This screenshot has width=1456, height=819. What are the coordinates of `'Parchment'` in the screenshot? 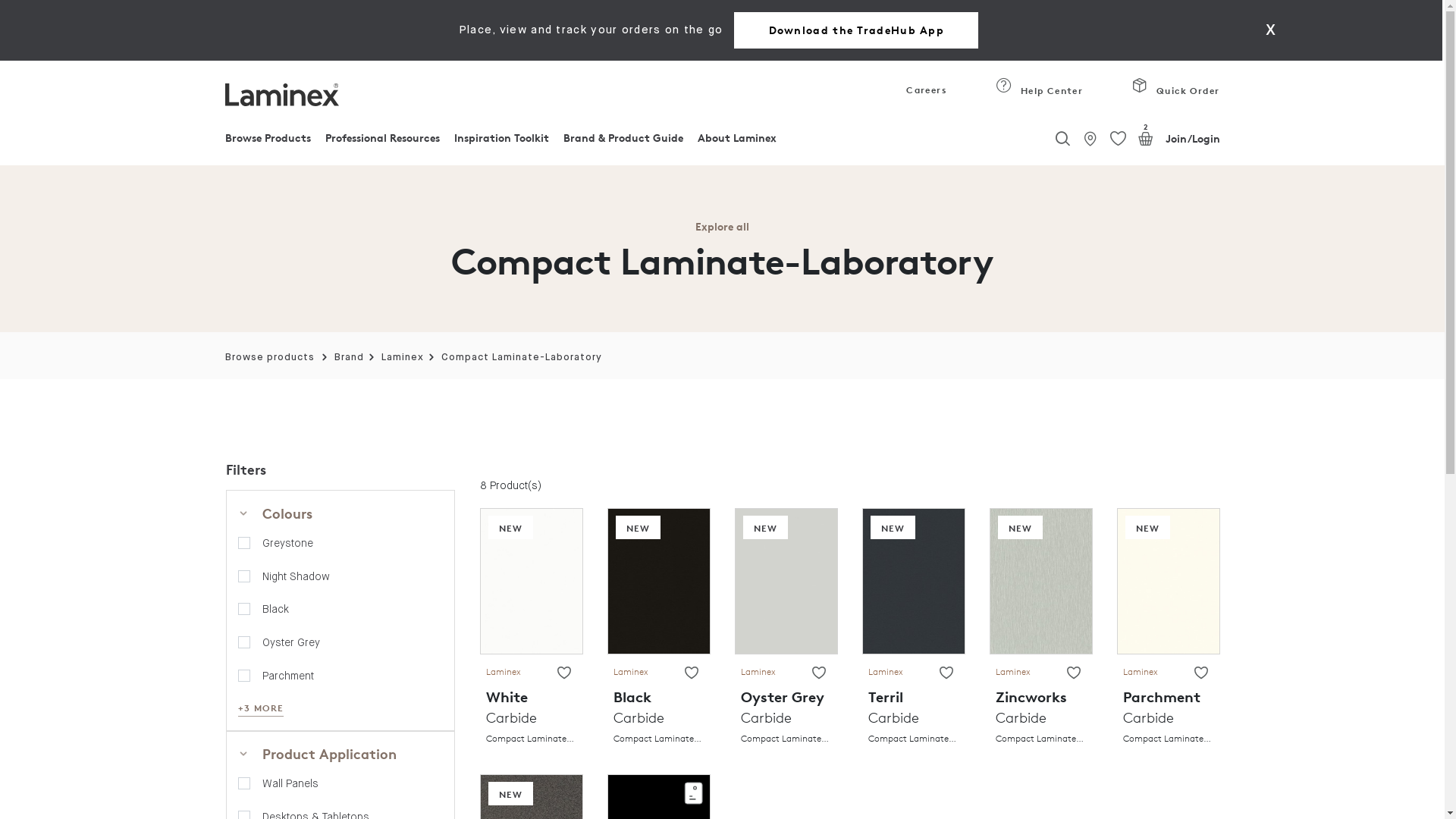 It's located at (1167, 579).